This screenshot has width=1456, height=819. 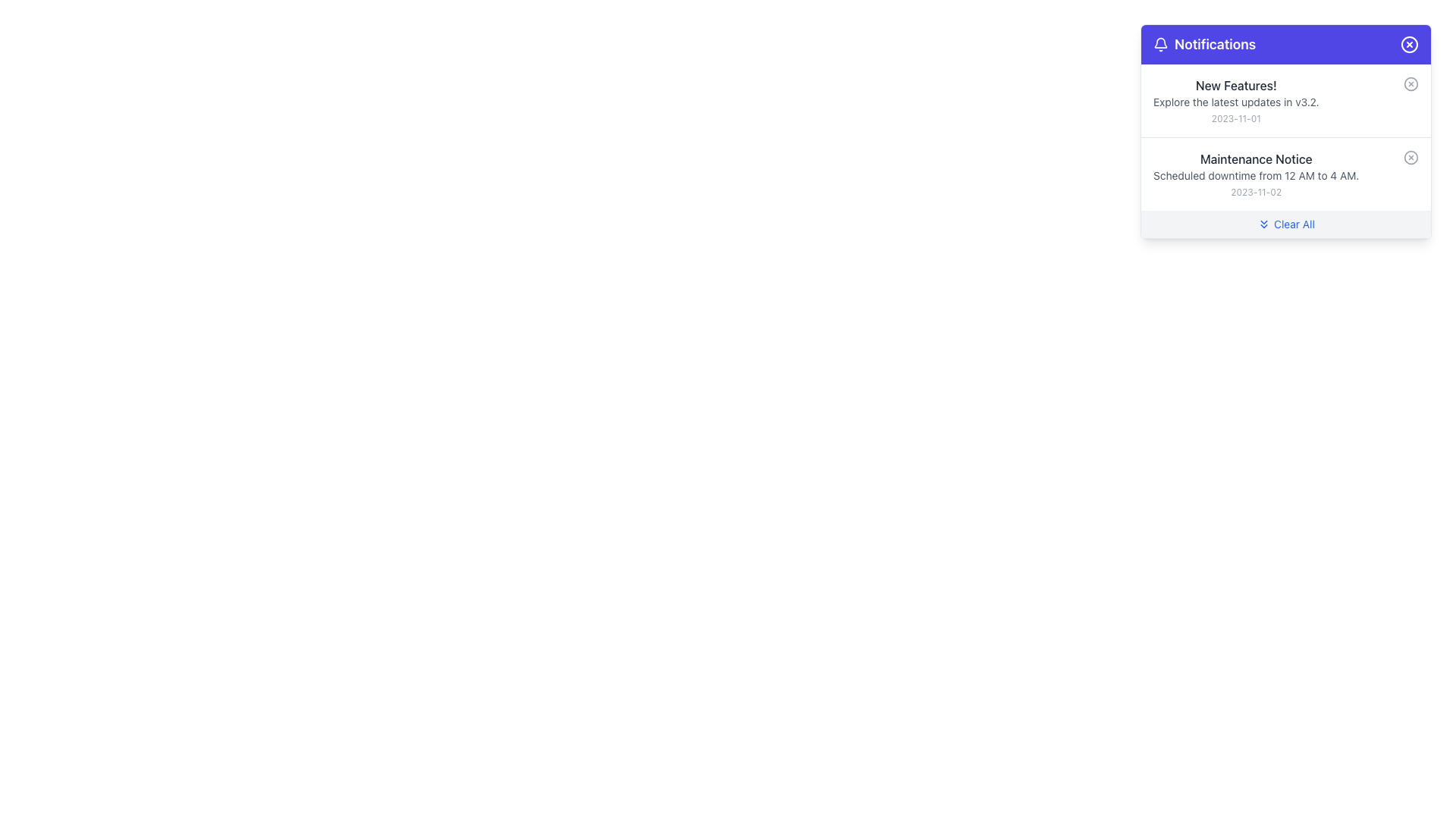 What do you see at coordinates (1256, 158) in the screenshot?
I see `and understand the text of the 'Maintenance Notice' label, which is styled with a bold font weight and dark gray color, prominently displayed in the notification section` at bounding box center [1256, 158].